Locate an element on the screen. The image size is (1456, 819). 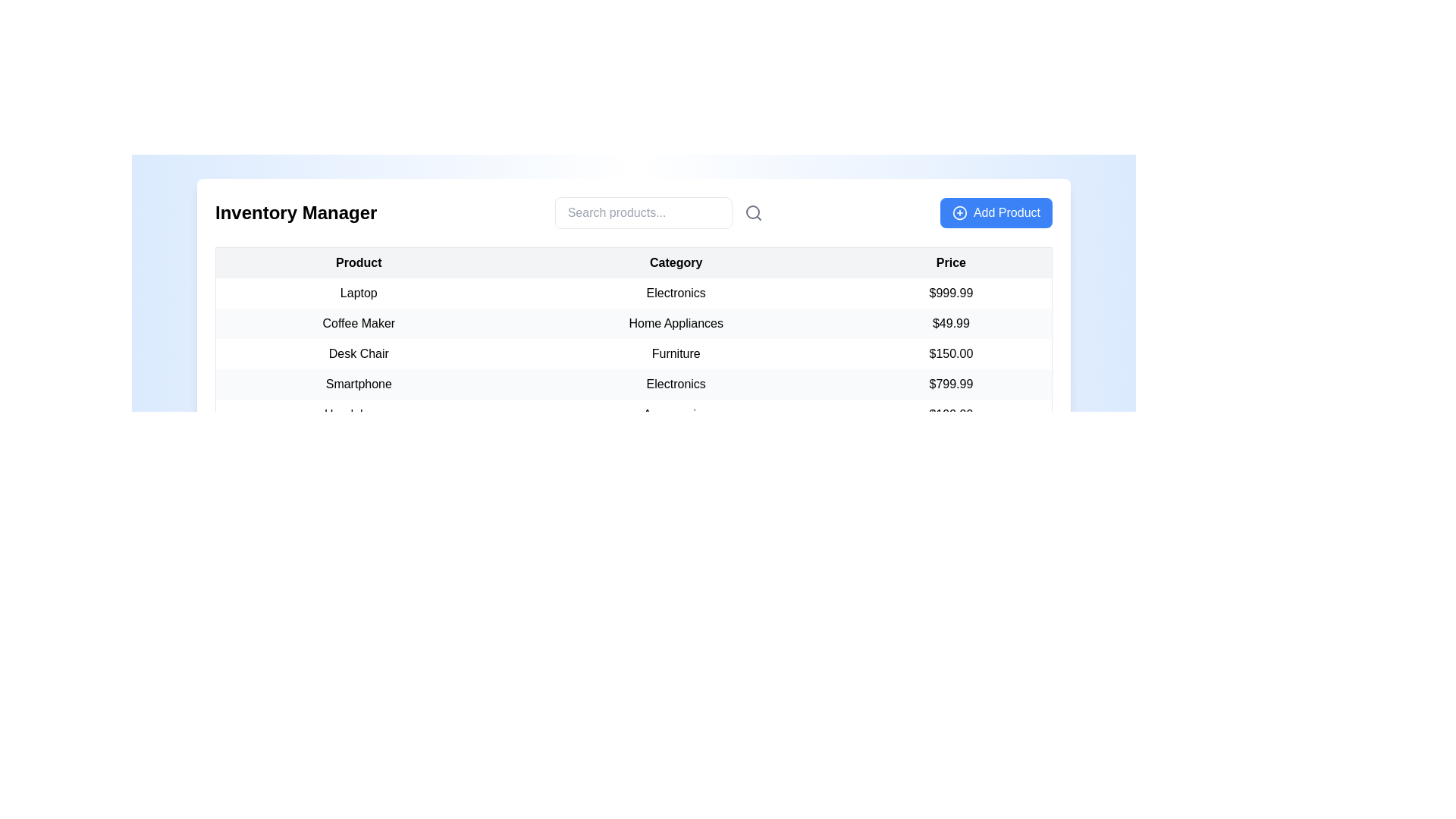
the text input box with rounded corners and placeholder text 'Search products...' located centrally in the header section is located at coordinates (633, 213).